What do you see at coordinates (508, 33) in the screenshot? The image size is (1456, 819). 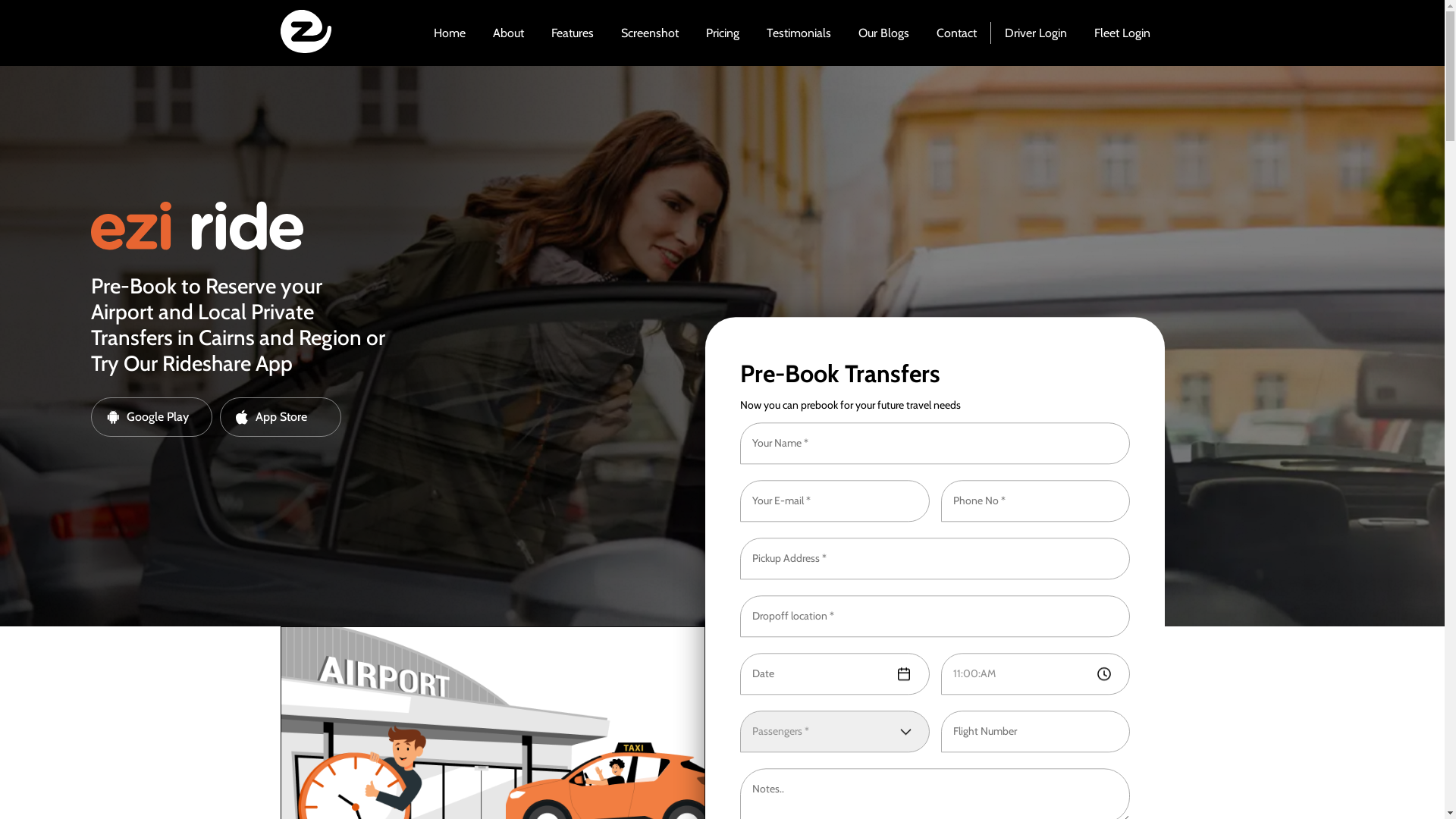 I see `'About'` at bounding box center [508, 33].